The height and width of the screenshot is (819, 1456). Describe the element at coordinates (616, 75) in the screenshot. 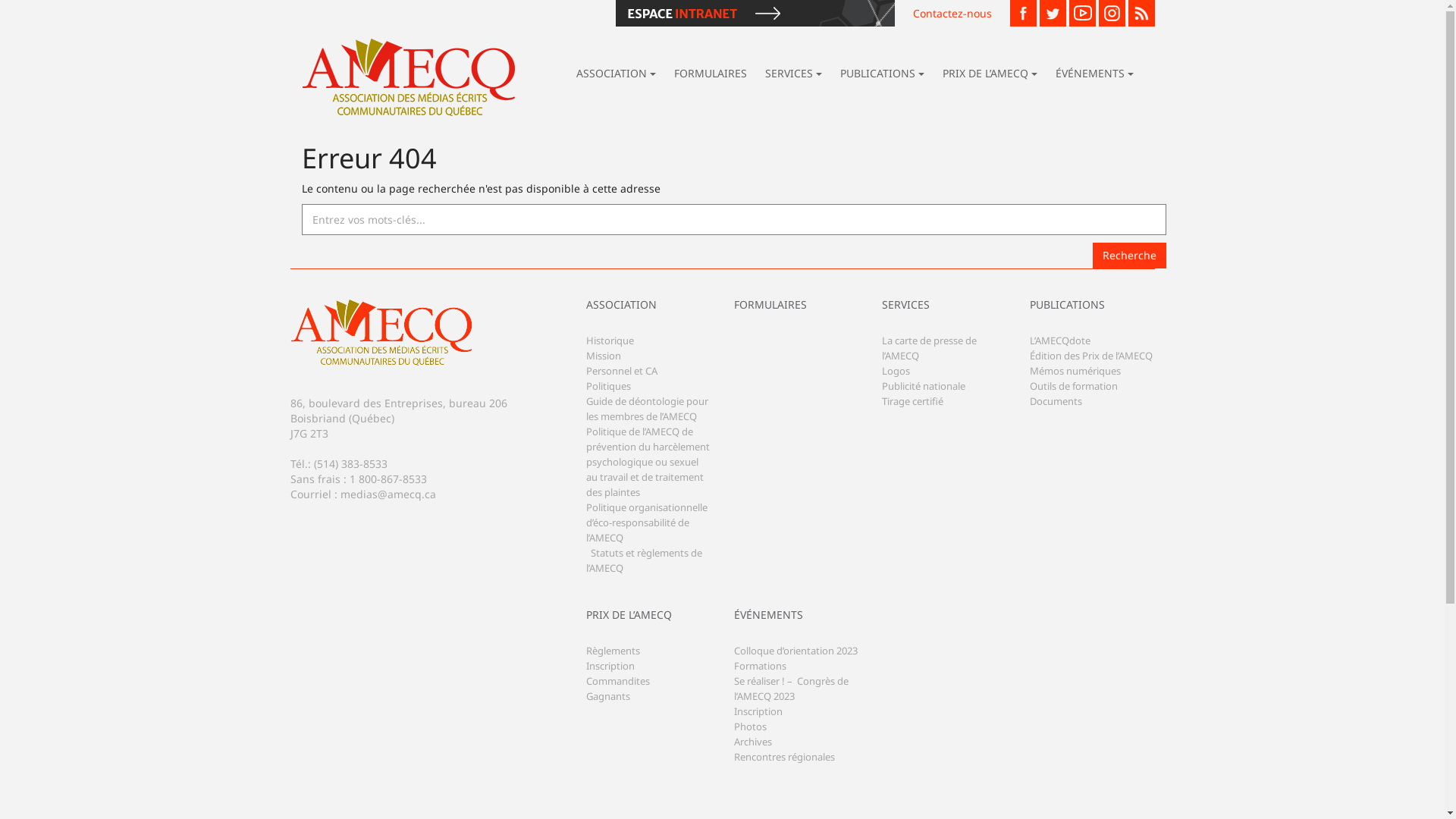

I see `'ASSOCIATION'` at that location.